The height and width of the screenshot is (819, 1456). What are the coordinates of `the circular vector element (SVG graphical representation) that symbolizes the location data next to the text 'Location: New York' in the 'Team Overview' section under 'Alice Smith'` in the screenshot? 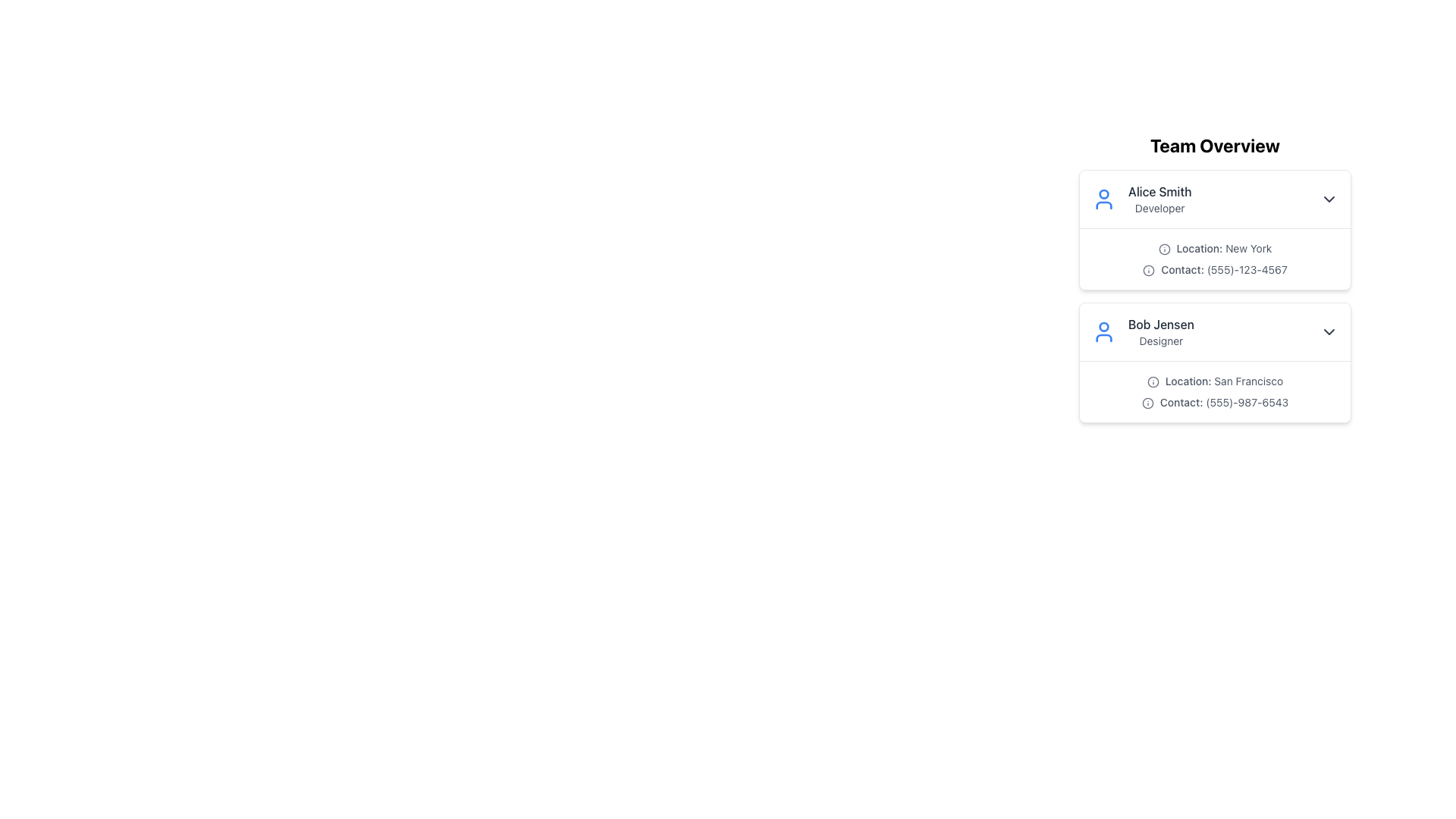 It's located at (1163, 249).